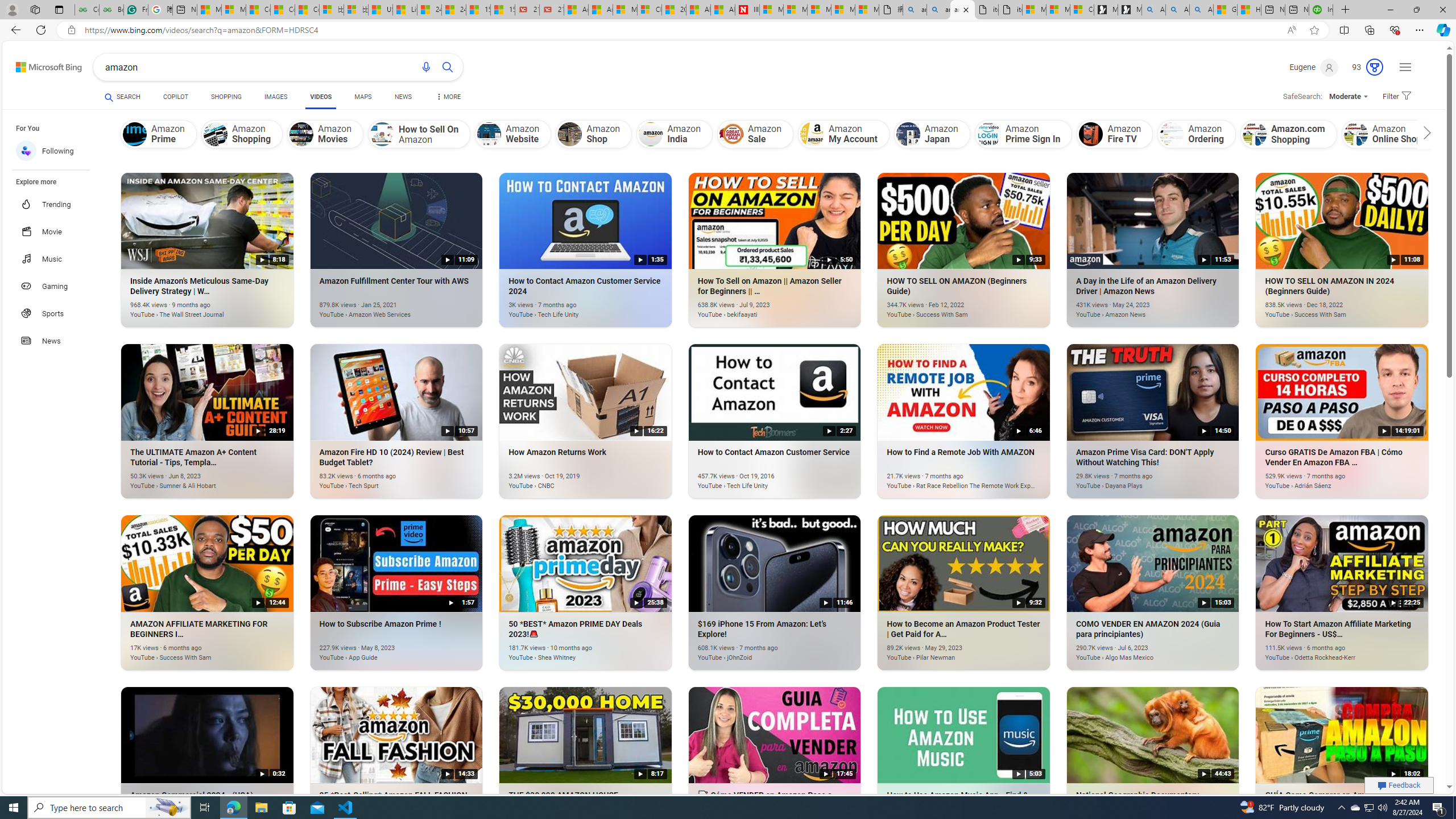 Image resolution: width=1456 pixels, height=819 pixels. I want to click on 'Amazon India', so click(675, 134).